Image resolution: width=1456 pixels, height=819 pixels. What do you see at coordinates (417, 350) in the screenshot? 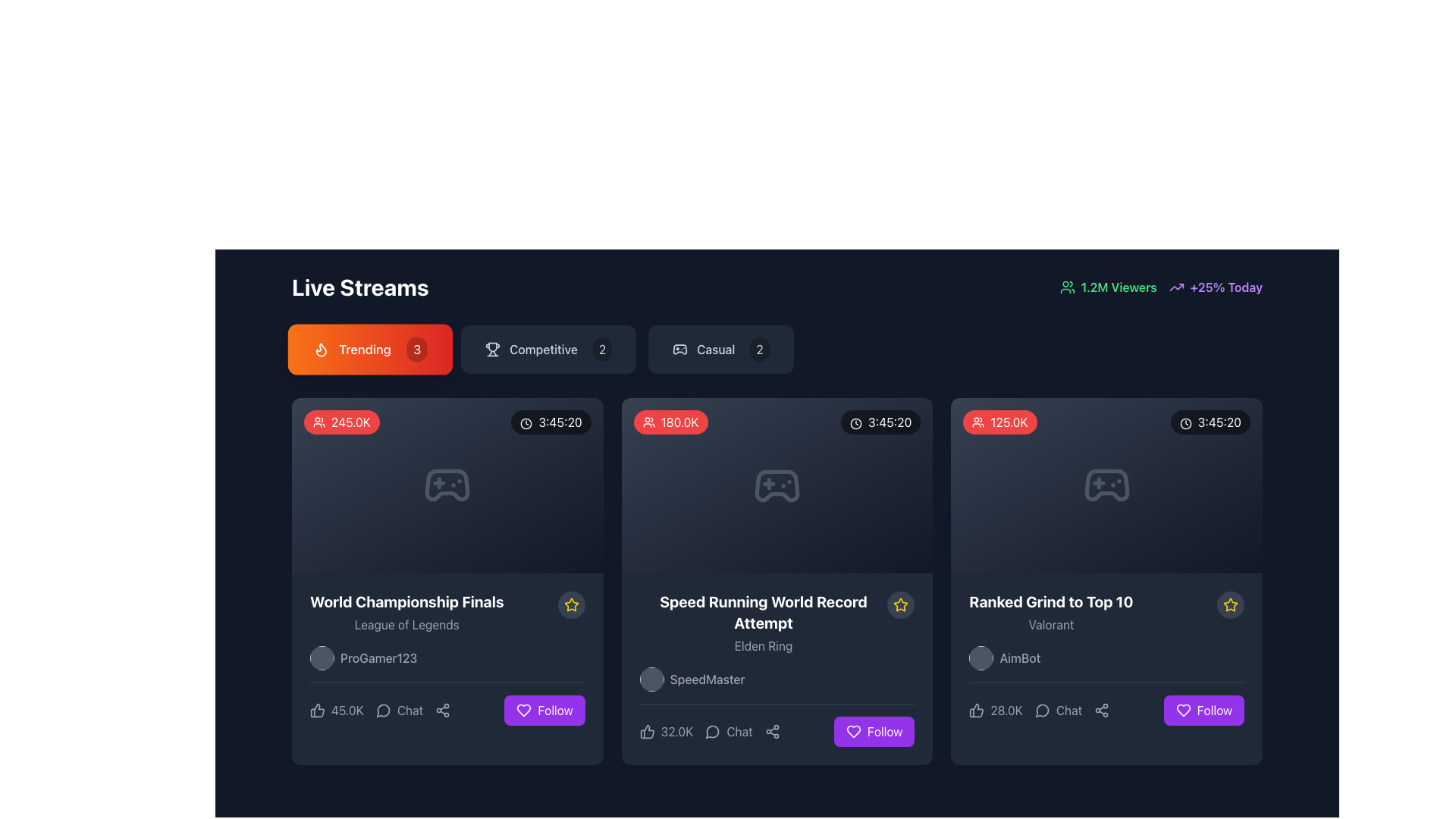
I see `counter value displayed on the Badge located in the top-right corner of the 'Trending' button` at bounding box center [417, 350].